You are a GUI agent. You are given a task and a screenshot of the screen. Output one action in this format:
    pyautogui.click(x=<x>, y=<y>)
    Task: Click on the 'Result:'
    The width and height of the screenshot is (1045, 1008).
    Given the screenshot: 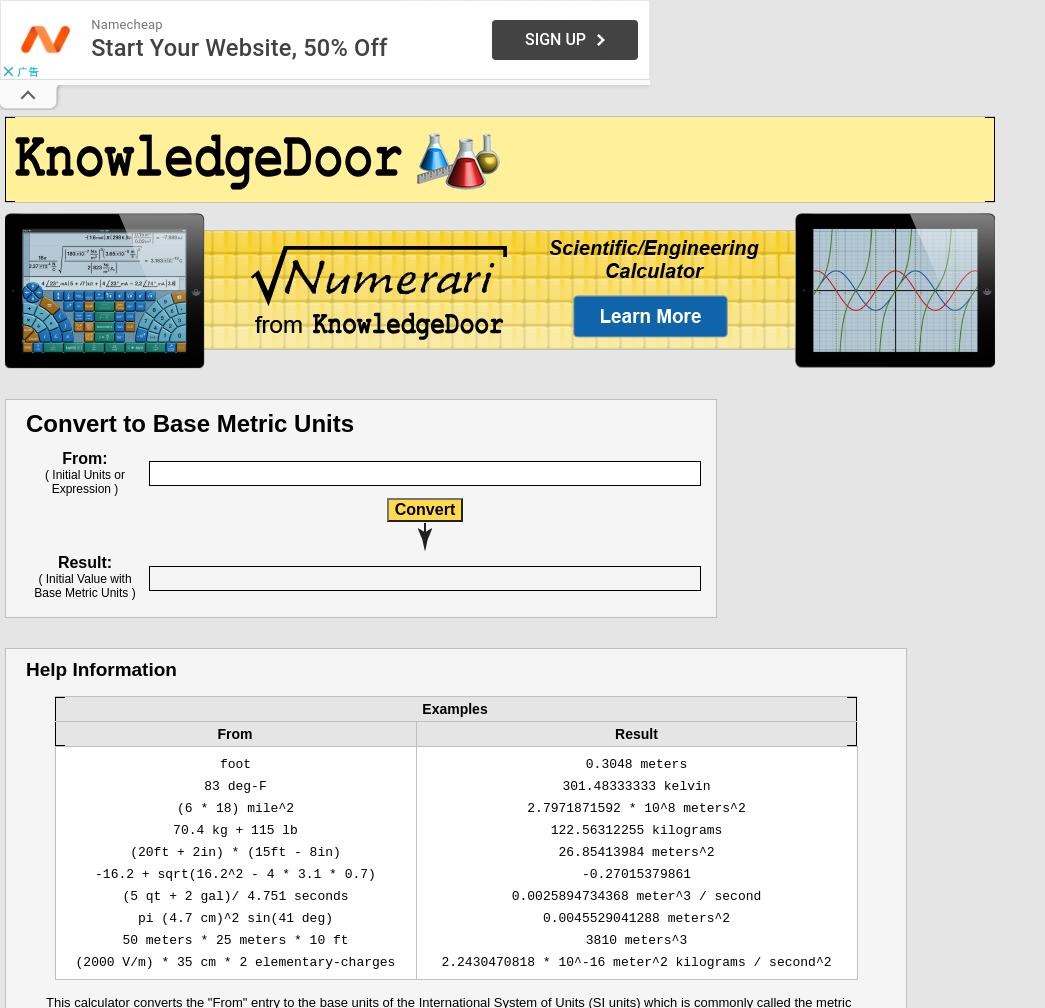 What is the action you would take?
    pyautogui.click(x=55, y=562)
    